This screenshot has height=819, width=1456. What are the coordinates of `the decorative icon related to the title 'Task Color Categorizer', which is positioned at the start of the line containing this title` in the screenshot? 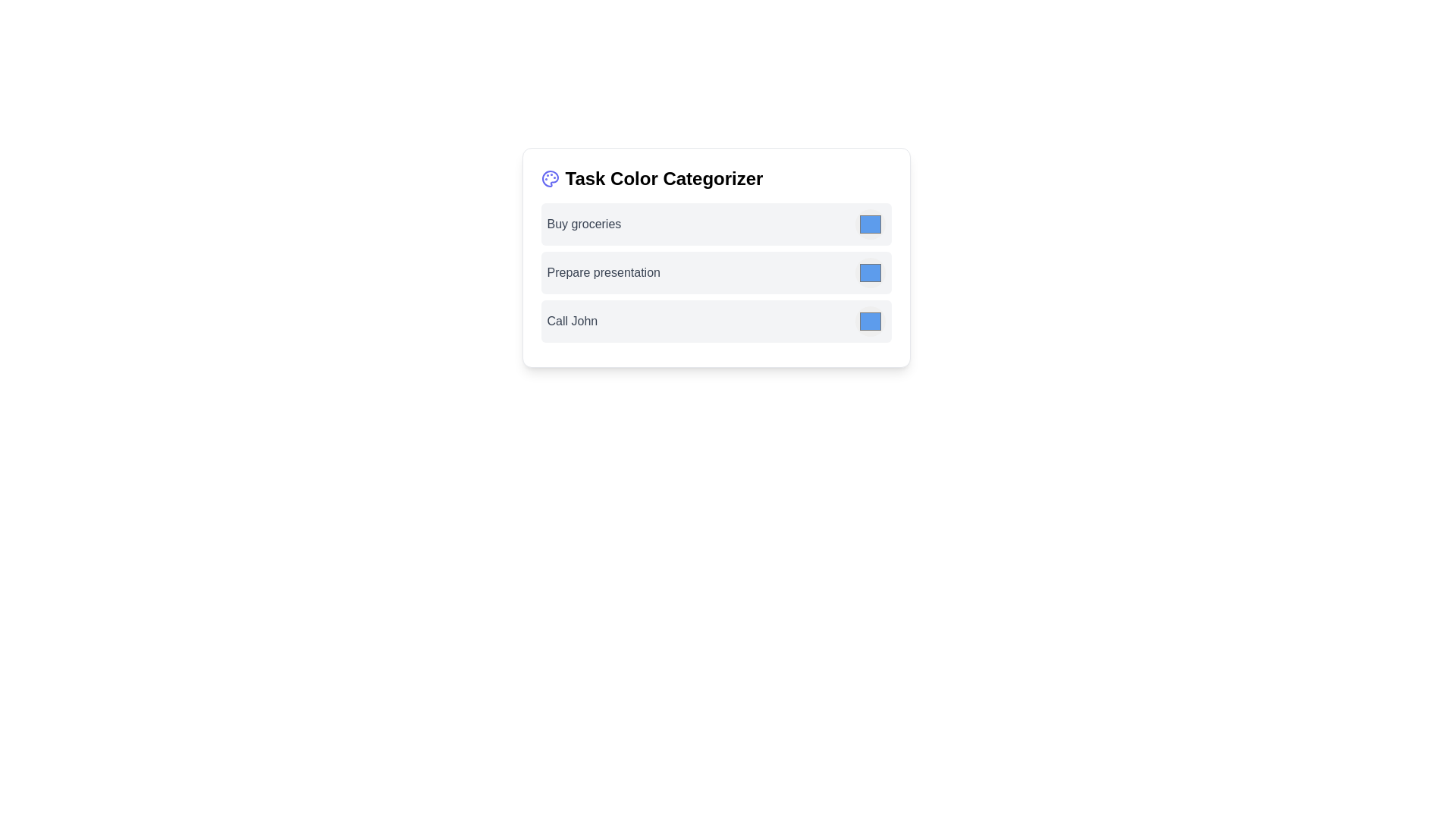 It's located at (549, 177).